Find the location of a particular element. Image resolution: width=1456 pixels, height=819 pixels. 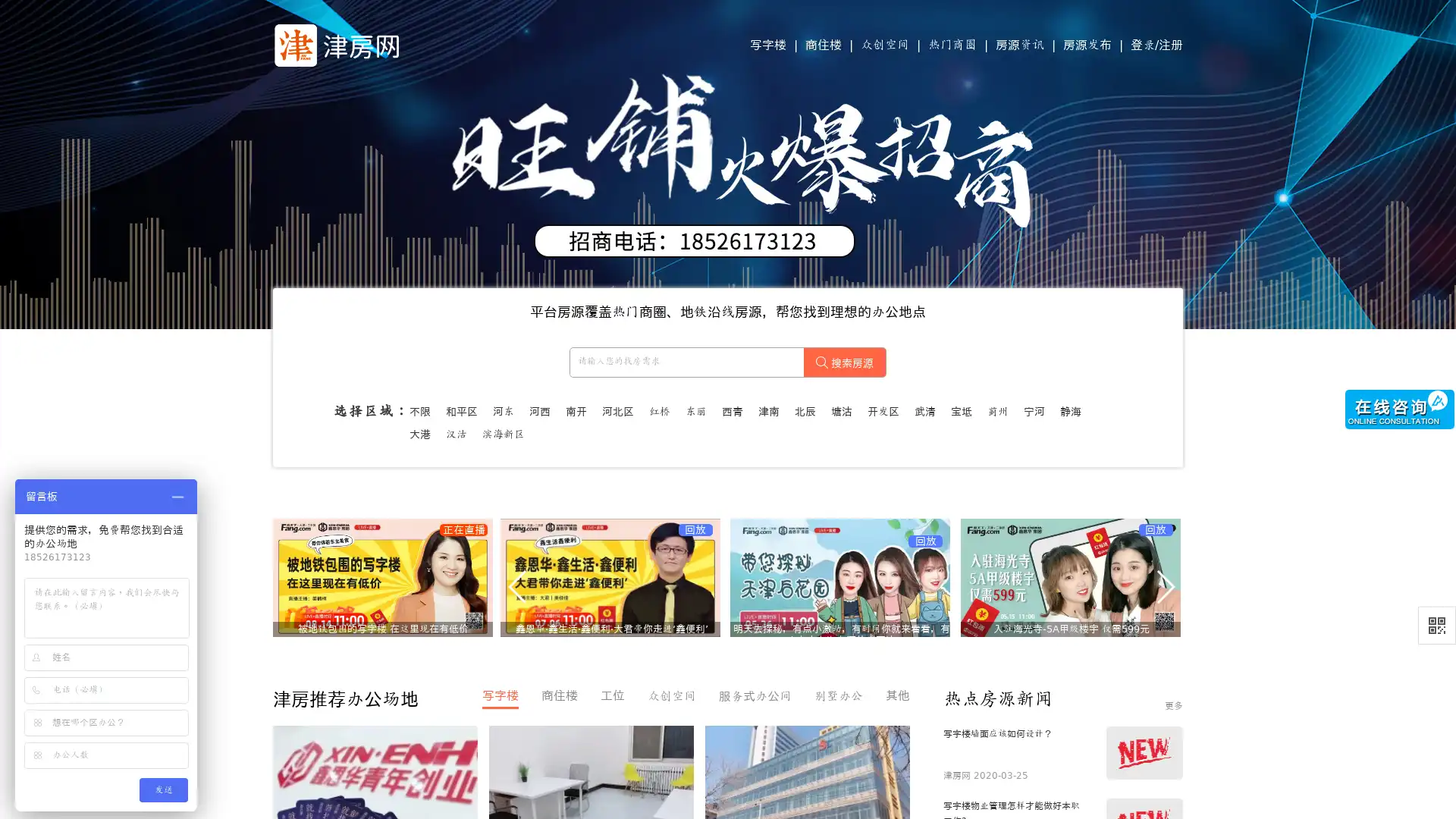

Previous slide is located at coordinates (518, 585).